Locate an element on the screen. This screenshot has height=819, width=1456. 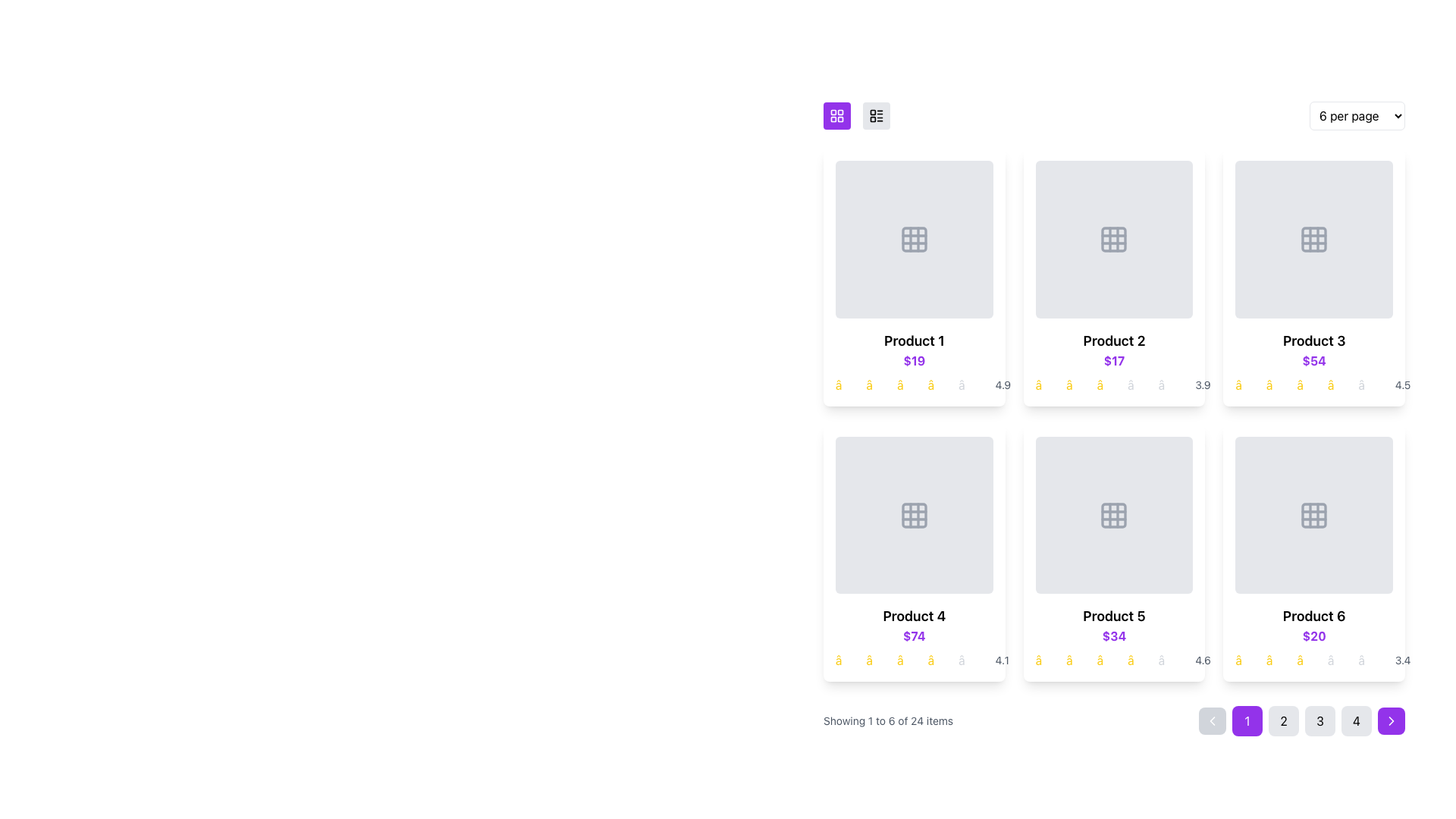
the bold, purple-colored text label displaying the price '$17', which is located underneath the product title 'Product 2' in the product grid is located at coordinates (1114, 360).